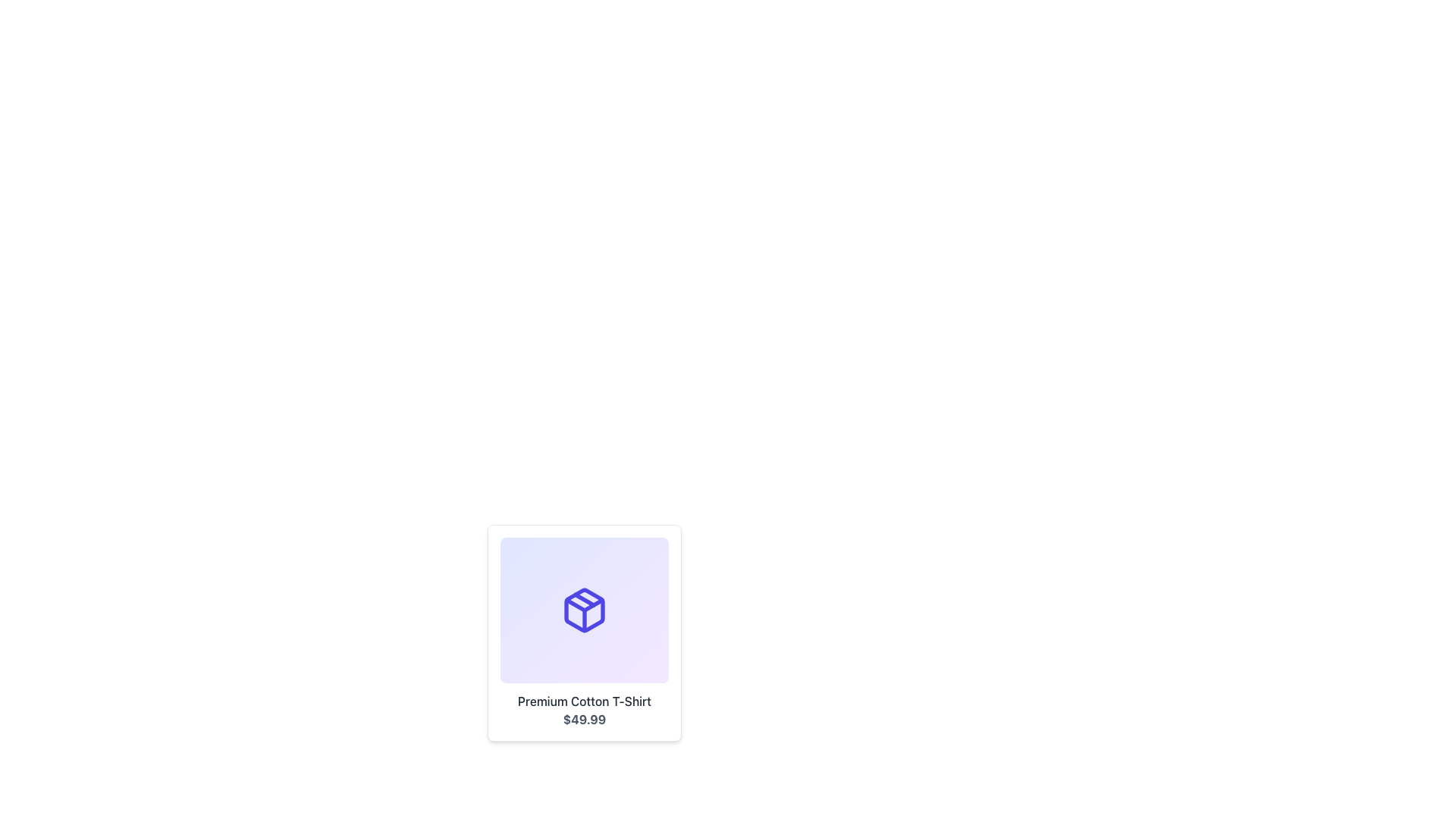  Describe the element at coordinates (584, 701) in the screenshot. I see `the static text displaying the title 'Premium Cotton T-Shirt', which is positioned below SVG elements and above the price text within a centrally located card layout` at that location.